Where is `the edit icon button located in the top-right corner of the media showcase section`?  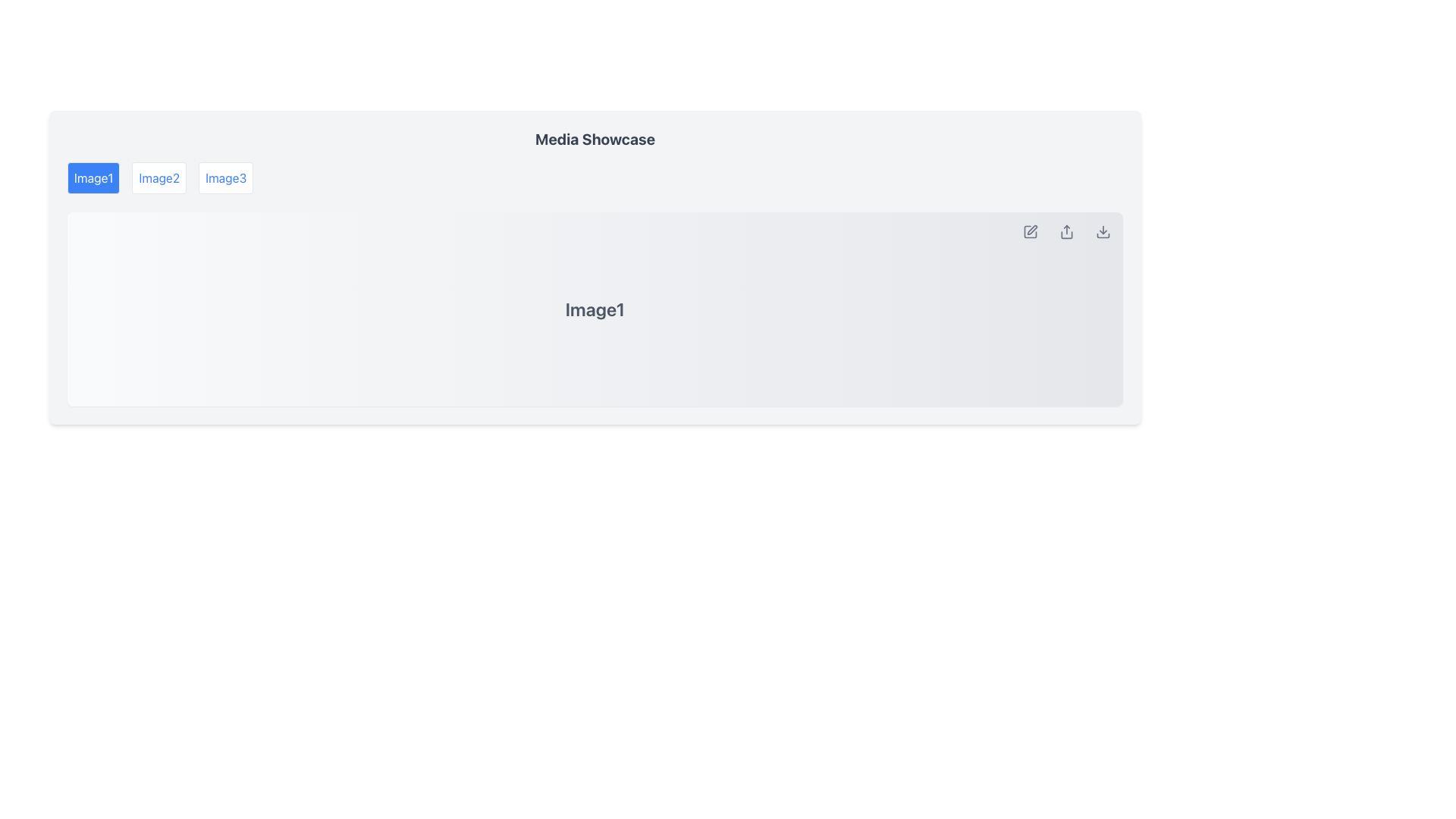
the edit icon button located in the top-right corner of the media showcase section is located at coordinates (1030, 231).